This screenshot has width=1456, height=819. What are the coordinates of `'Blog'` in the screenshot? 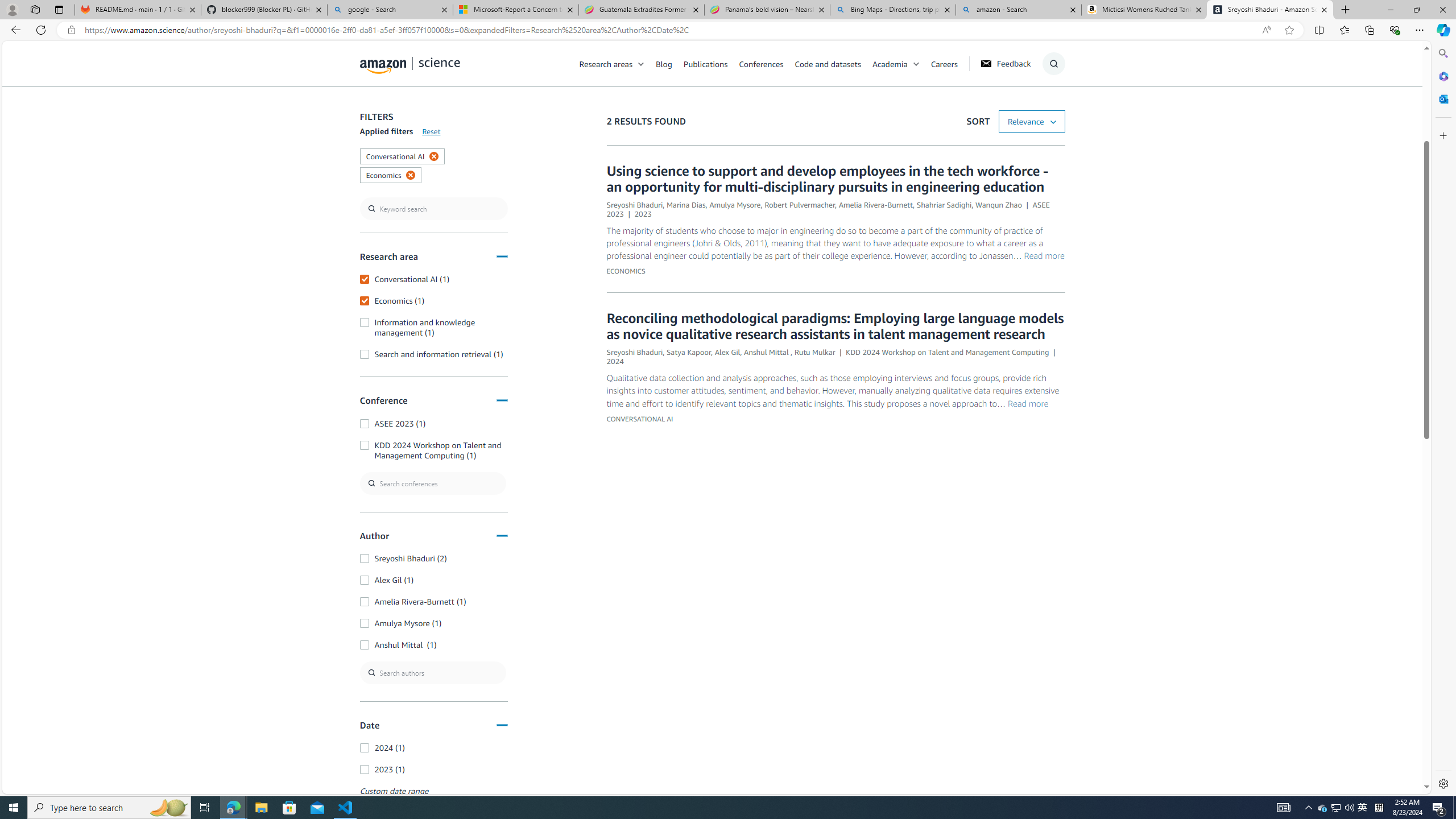 It's located at (663, 63).